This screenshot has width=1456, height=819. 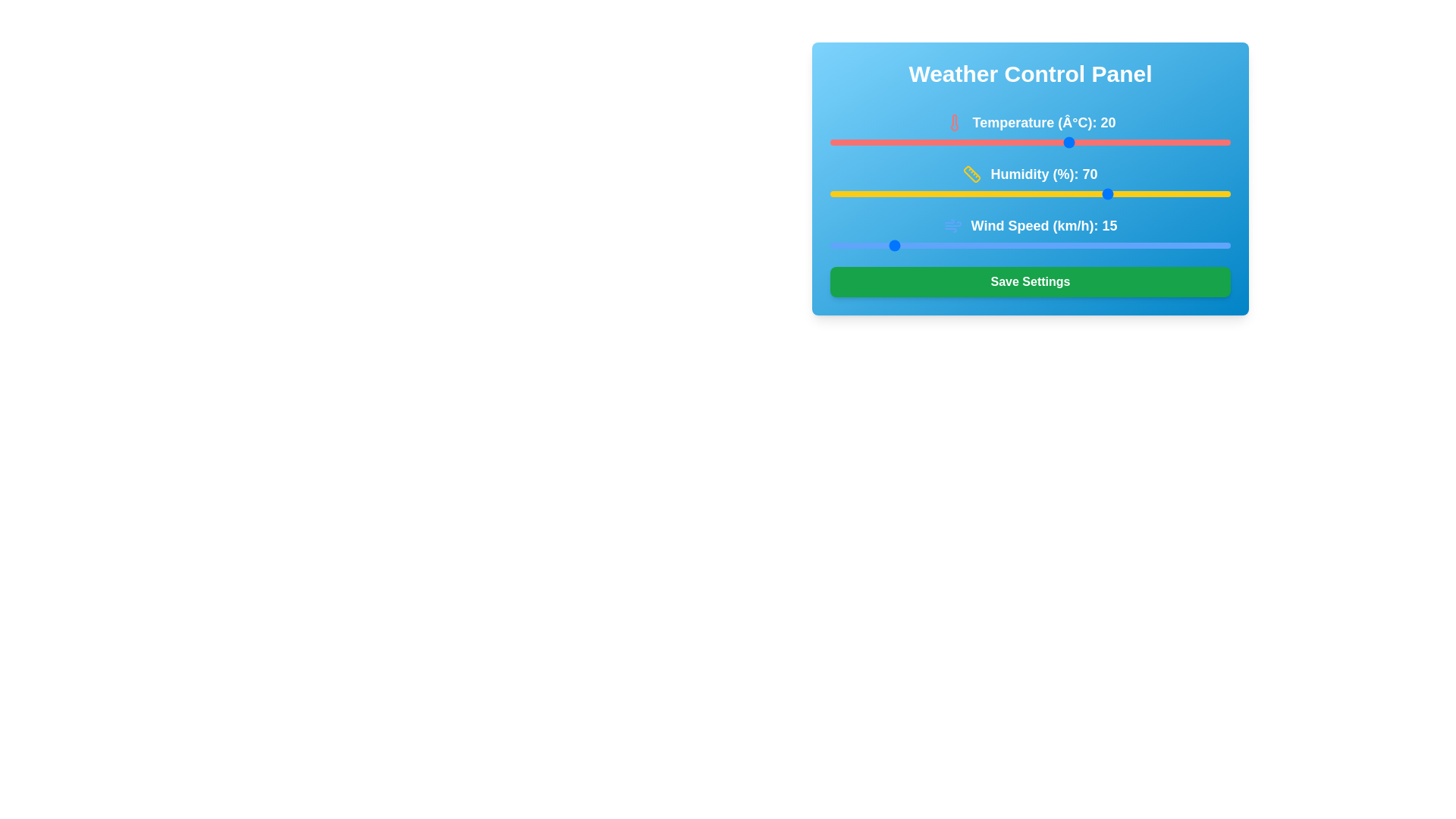 What do you see at coordinates (1085, 245) in the screenshot?
I see `wind speed` at bounding box center [1085, 245].